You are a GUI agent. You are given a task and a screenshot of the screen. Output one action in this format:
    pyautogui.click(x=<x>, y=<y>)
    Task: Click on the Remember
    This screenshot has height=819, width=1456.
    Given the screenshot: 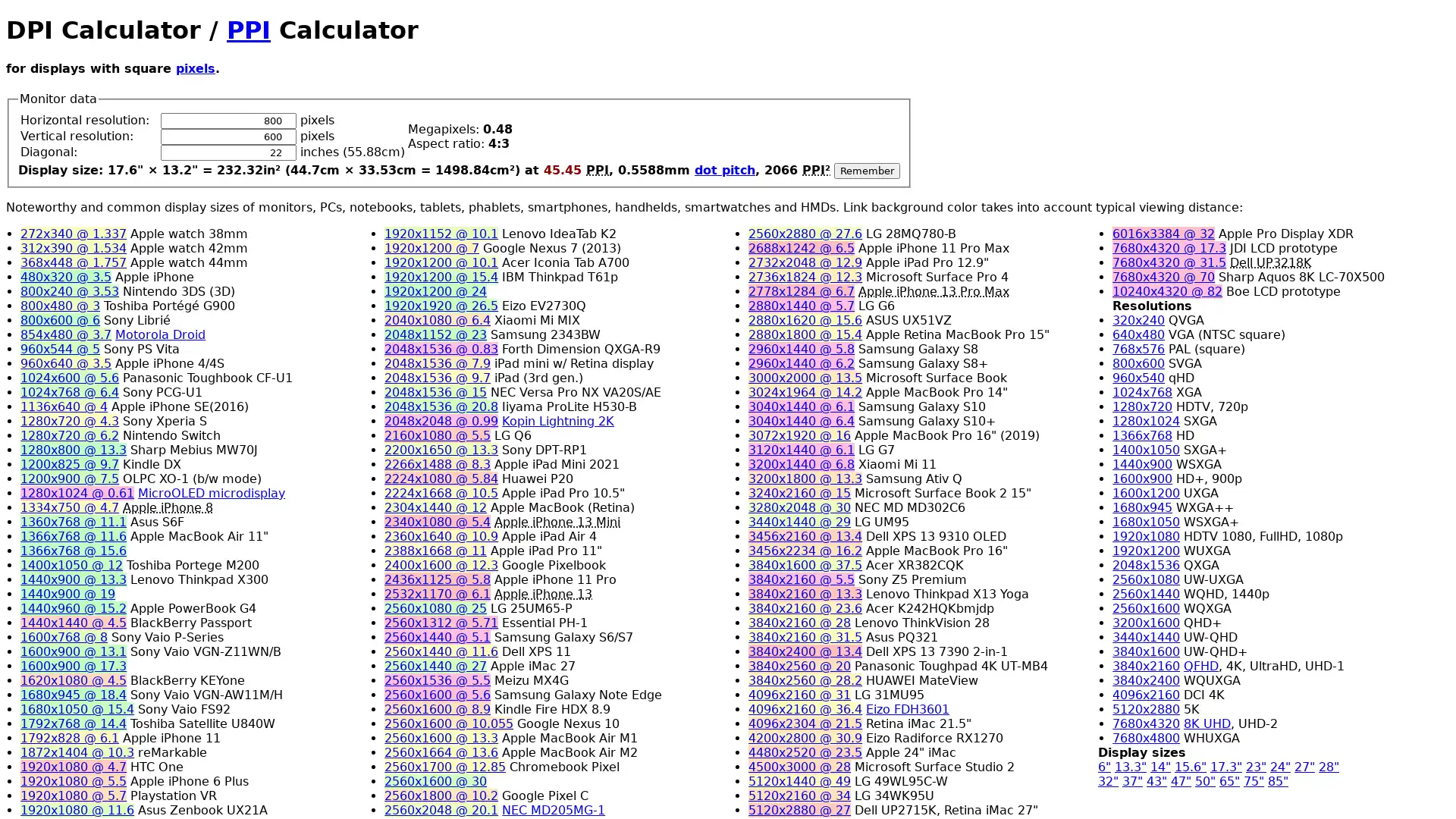 What is the action you would take?
    pyautogui.click(x=867, y=170)
    